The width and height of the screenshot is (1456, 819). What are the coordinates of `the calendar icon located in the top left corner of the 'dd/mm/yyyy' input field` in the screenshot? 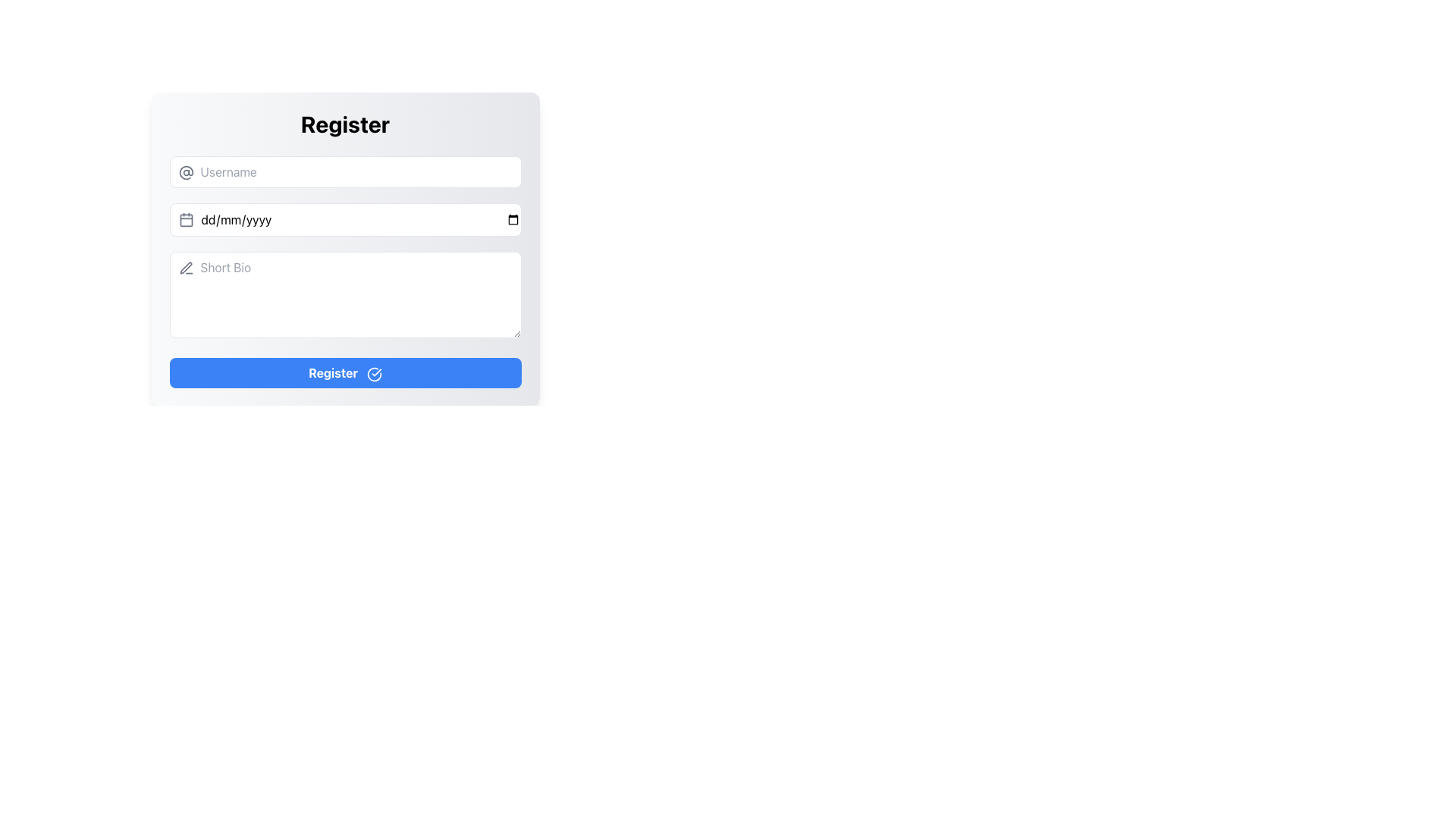 It's located at (185, 220).